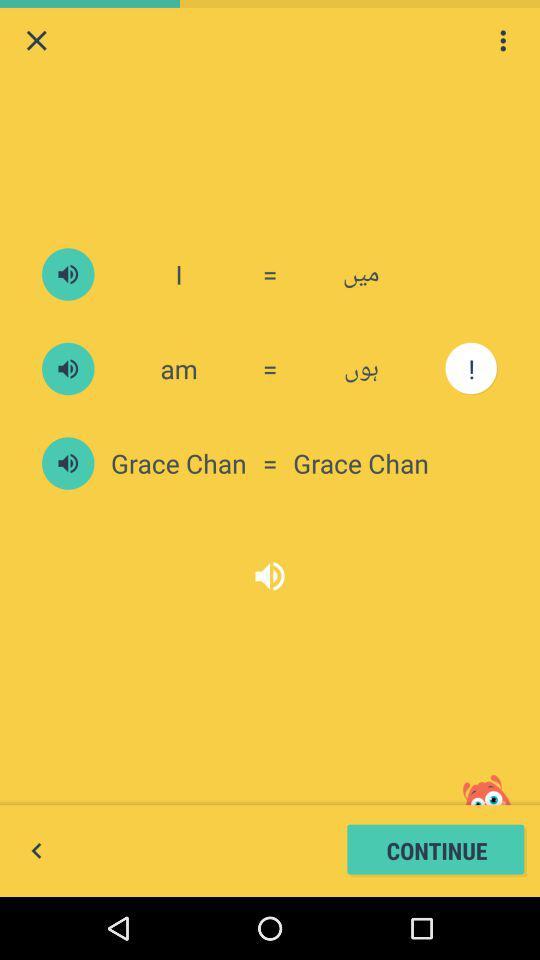 This screenshot has width=540, height=960. I want to click on the more icon, so click(502, 42).